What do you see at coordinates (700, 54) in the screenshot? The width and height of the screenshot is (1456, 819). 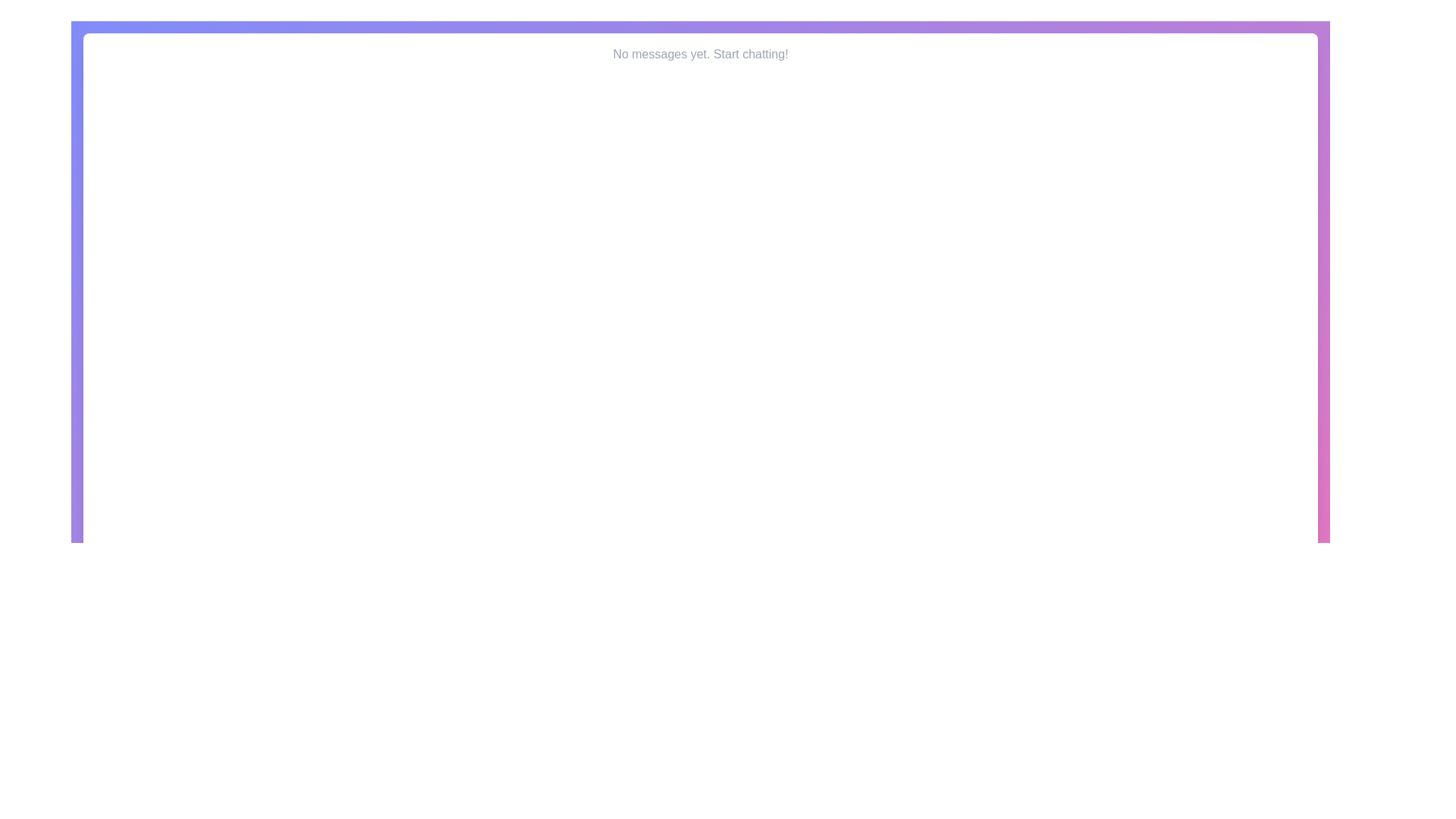 I see `the text label that prompts the user that no messages exist and encourages starting a new chat` at bounding box center [700, 54].